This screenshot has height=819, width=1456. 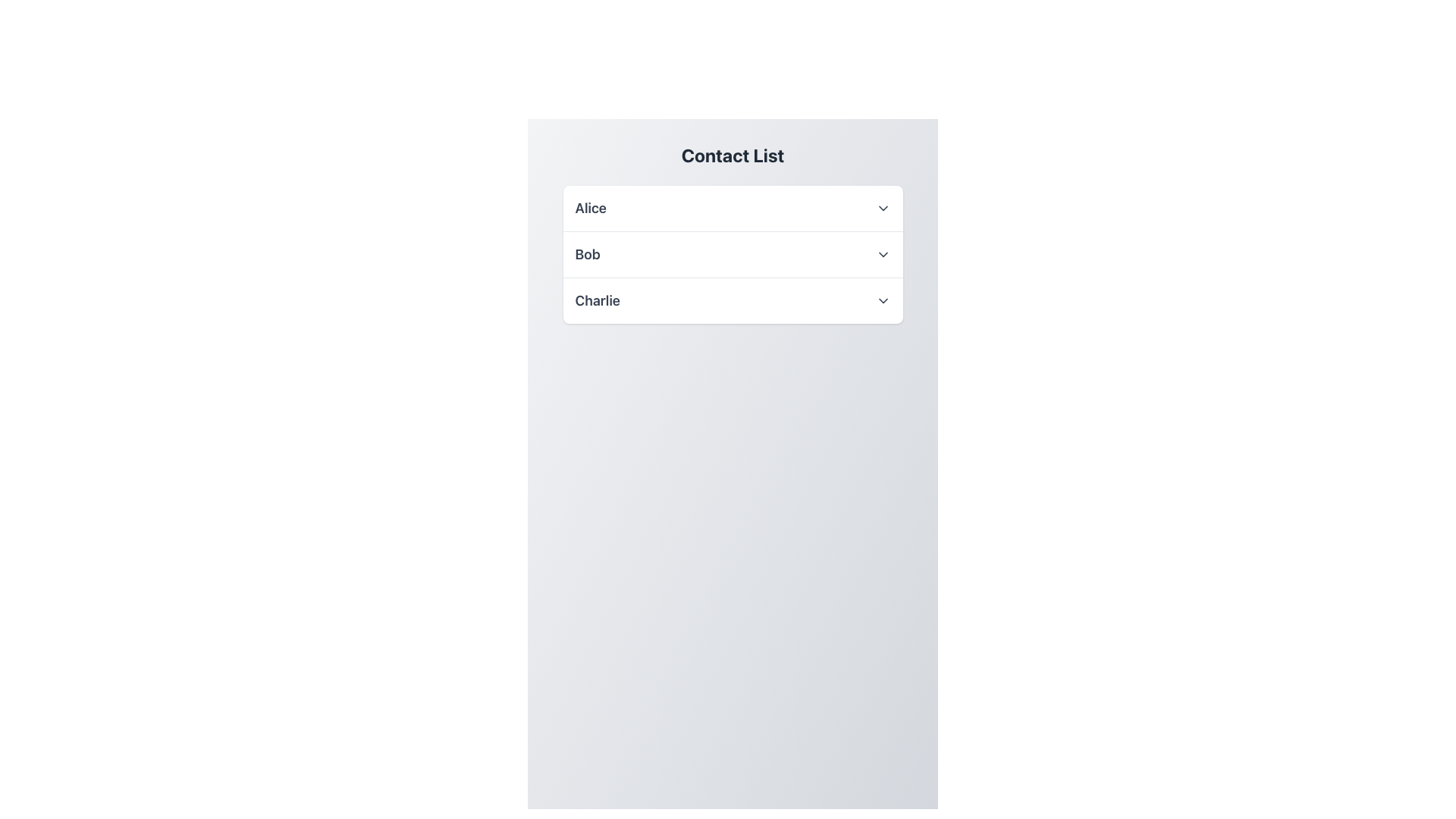 I want to click on the contact item representing 'Charlie' in the Contact List, so click(x=733, y=300).